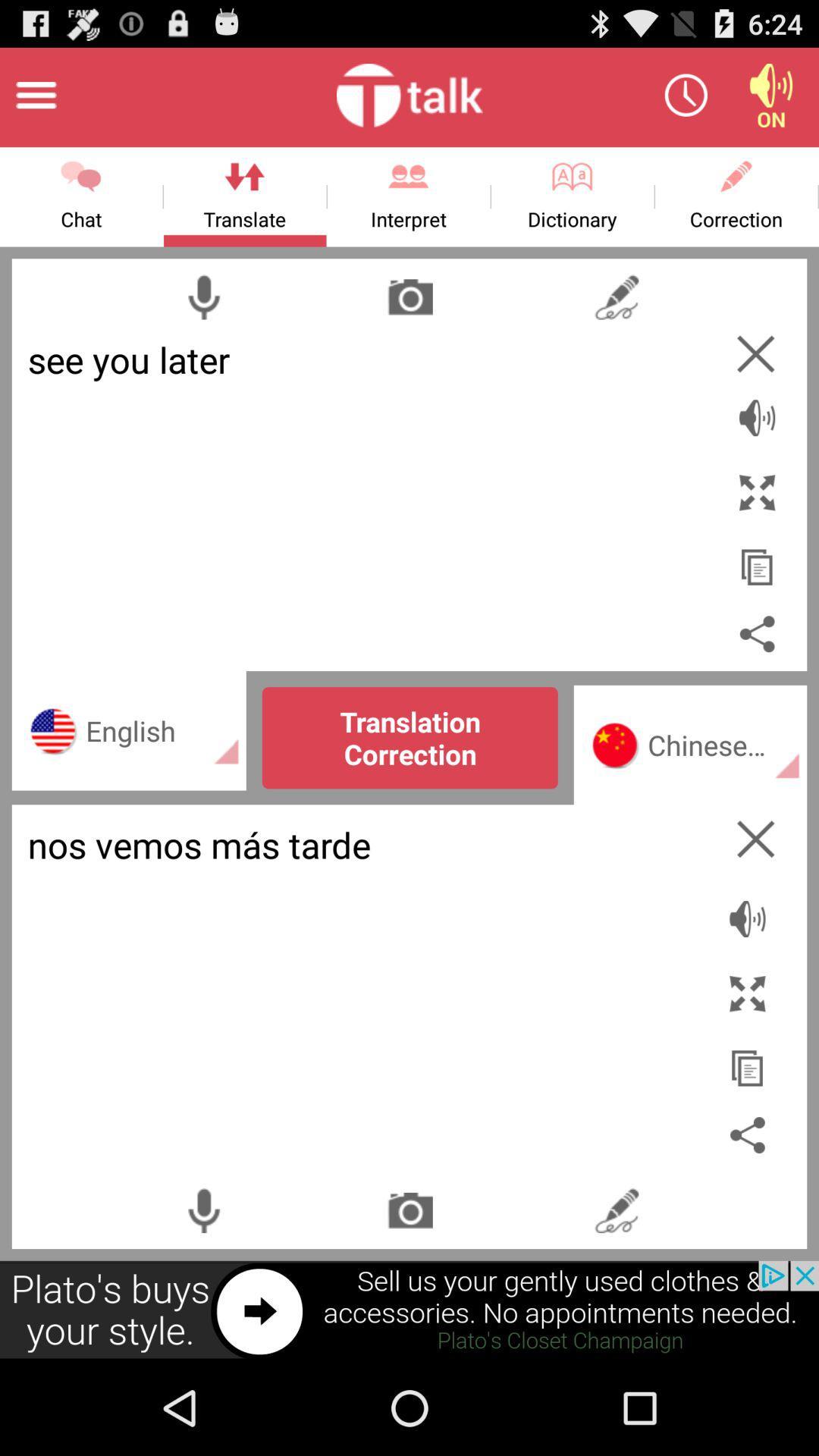 The image size is (819, 1456). Describe the element at coordinates (748, 1134) in the screenshot. I see `the copy icon` at that location.